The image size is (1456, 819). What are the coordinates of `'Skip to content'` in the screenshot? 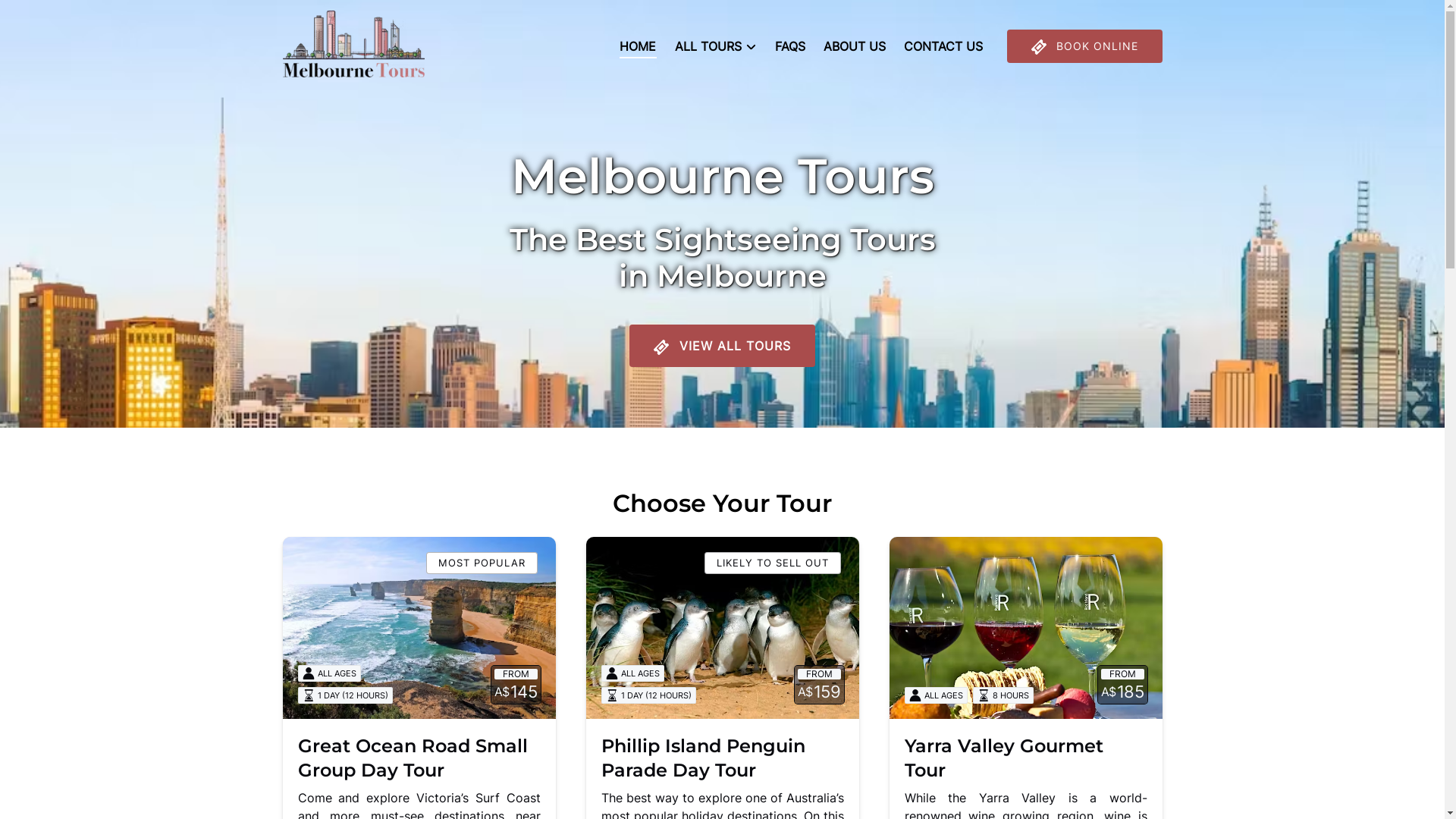 It's located at (52, 17).